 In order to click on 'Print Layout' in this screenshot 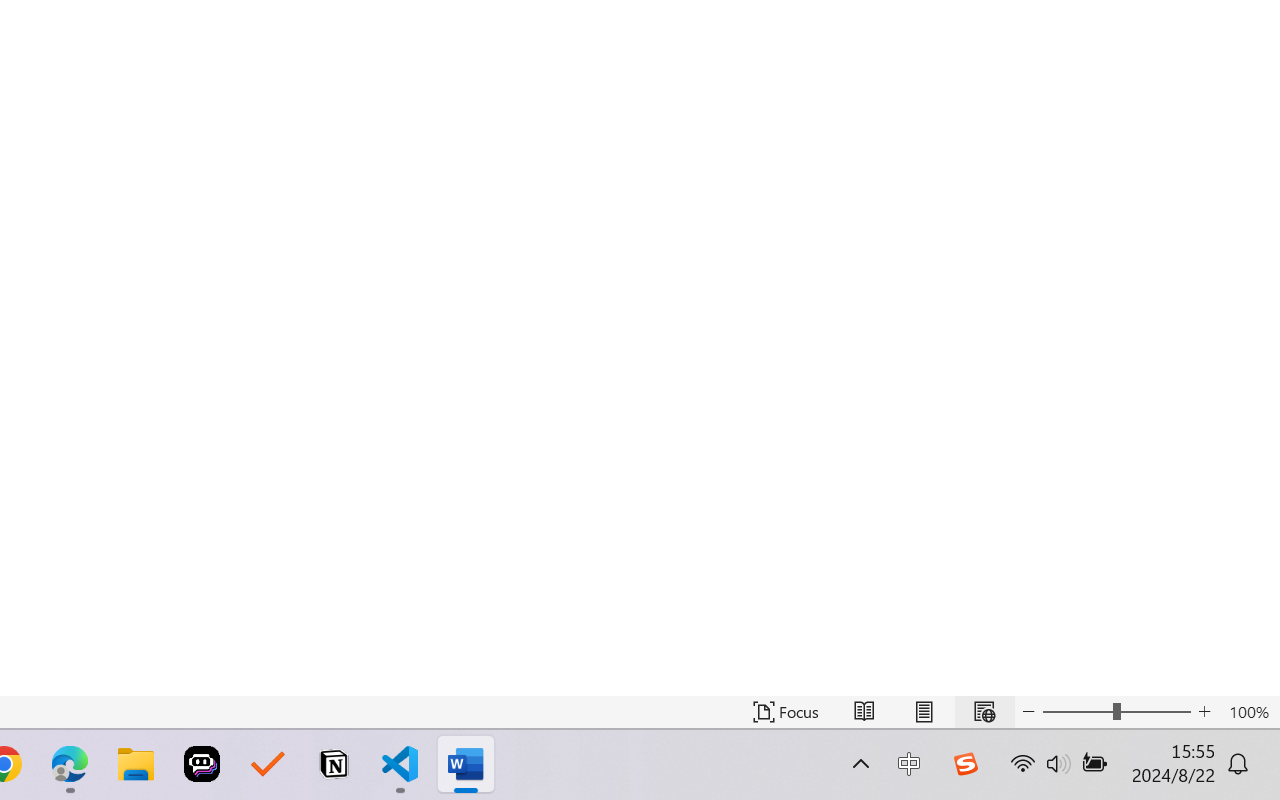, I will do `click(923, 711)`.